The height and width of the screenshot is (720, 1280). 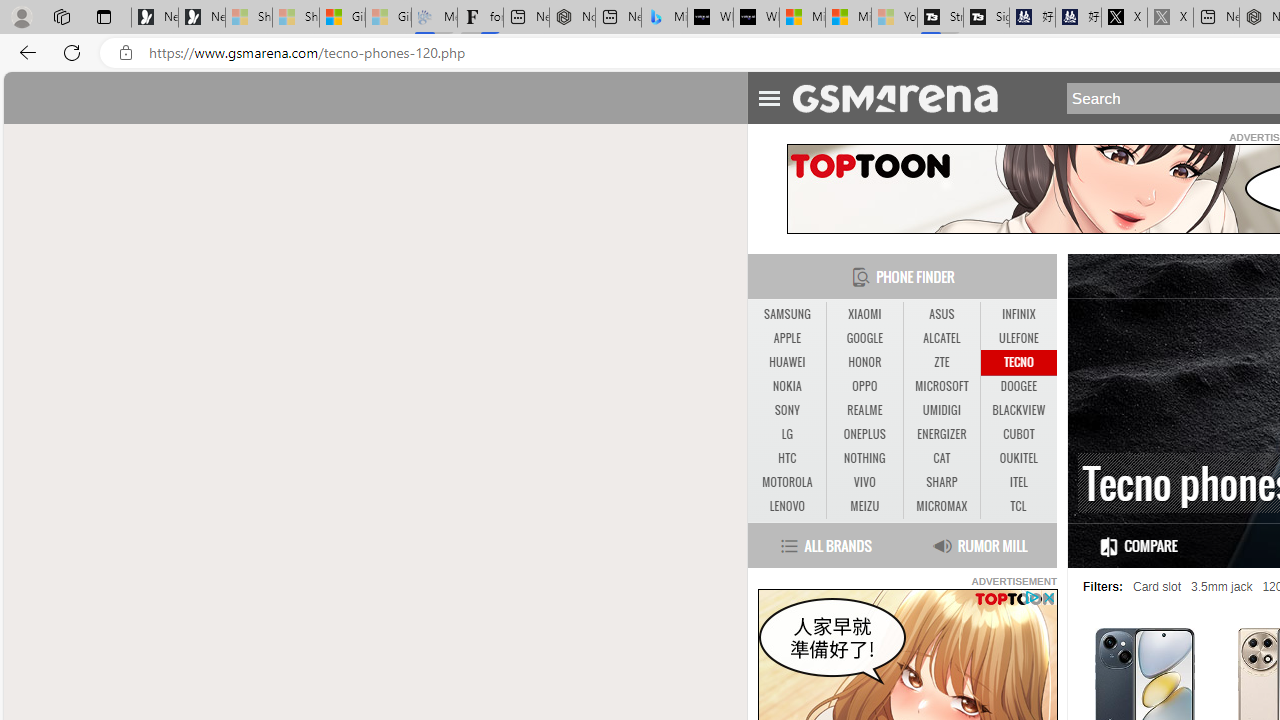 What do you see at coordinates (864, 337) in the screenshot?
I see `'GOOGLE'` at bounding box center [864, 337].